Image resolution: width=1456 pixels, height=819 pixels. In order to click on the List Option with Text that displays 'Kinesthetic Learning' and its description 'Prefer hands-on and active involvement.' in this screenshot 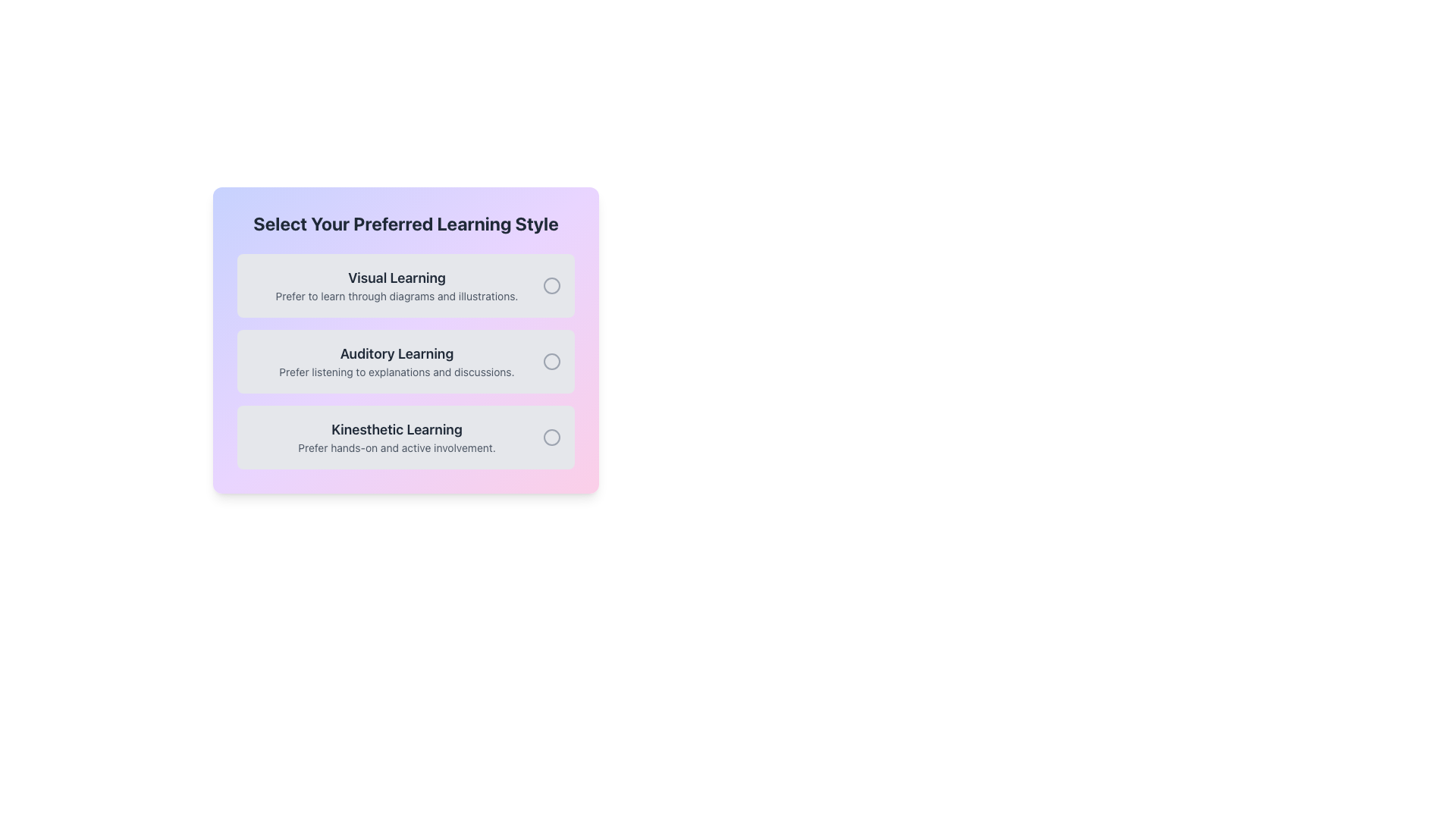, I will do `click(397, 438)`.